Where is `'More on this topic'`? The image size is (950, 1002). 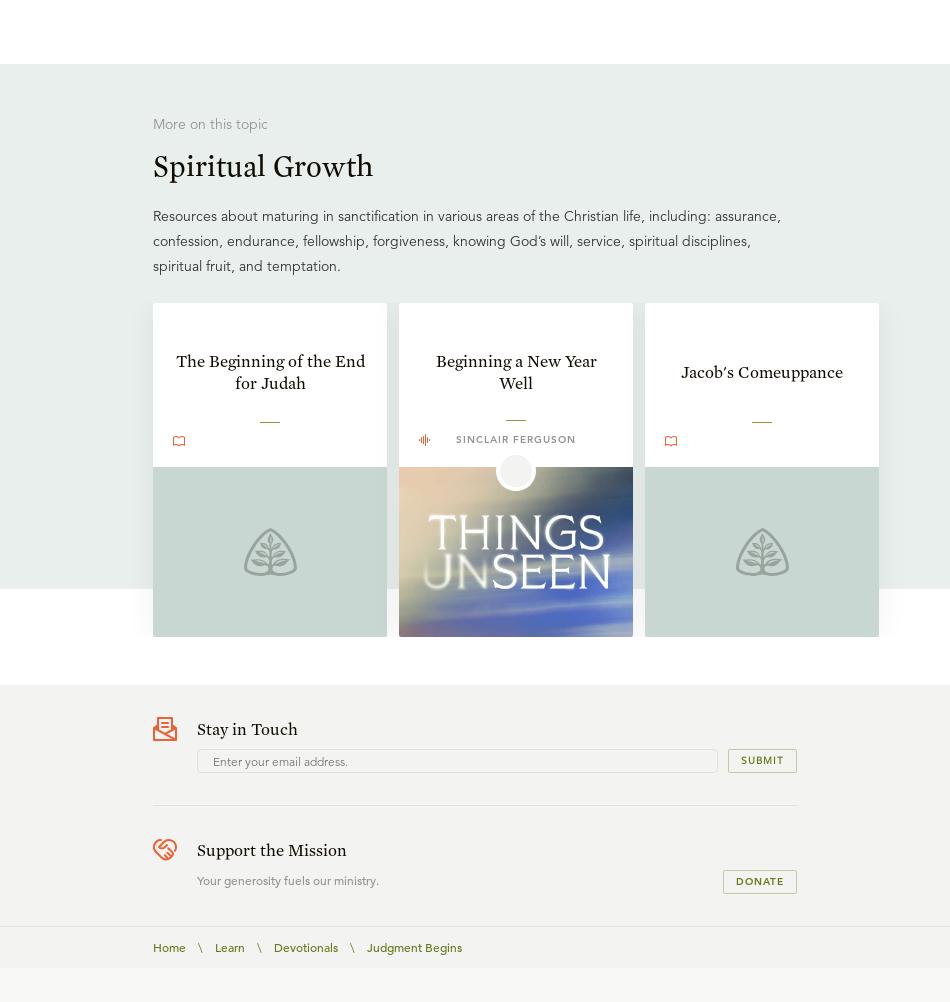
'More on this topic' is located at coordinates (210, 123).